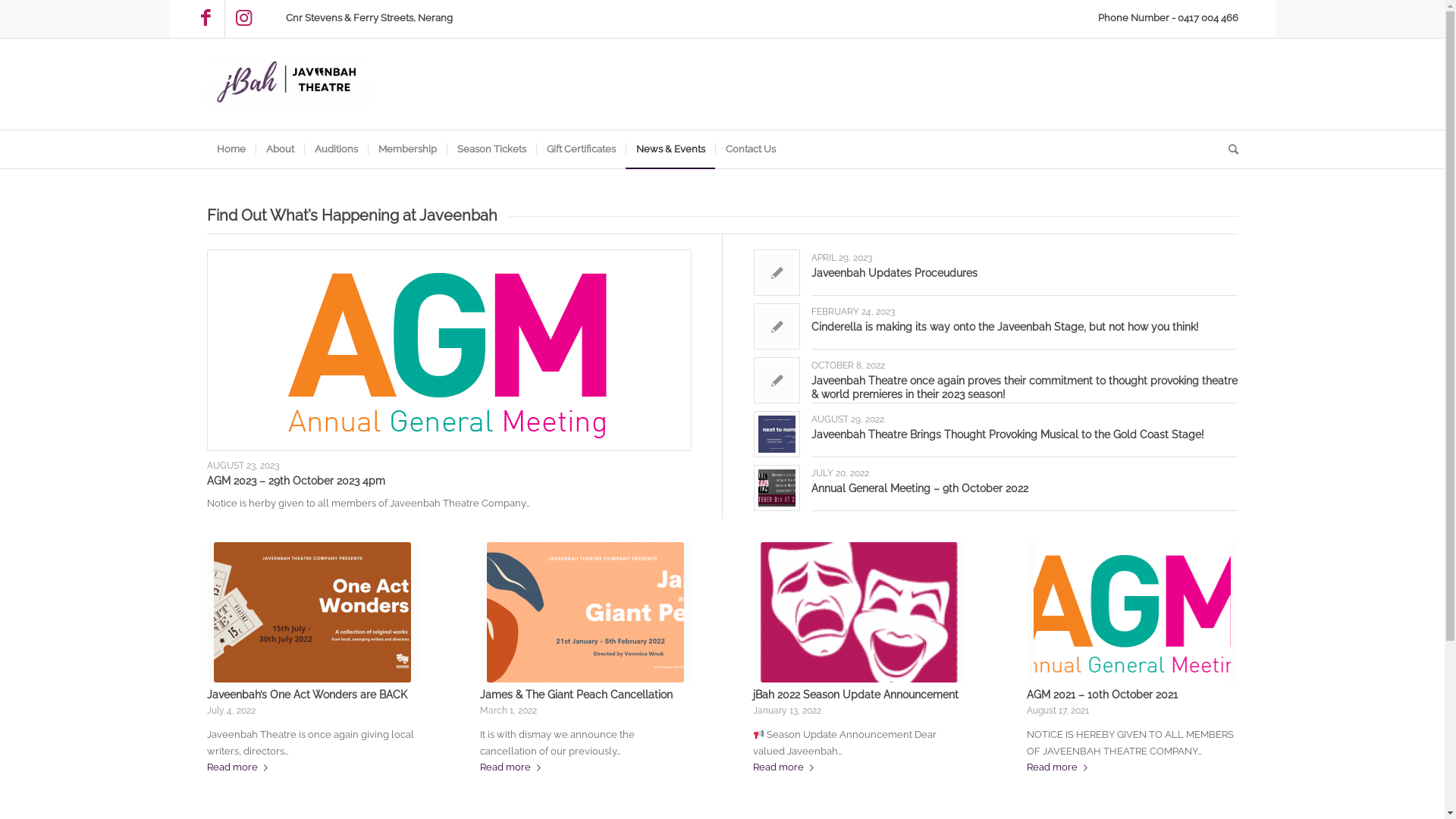  I want to click on 'Auditions', so click(334, 149).